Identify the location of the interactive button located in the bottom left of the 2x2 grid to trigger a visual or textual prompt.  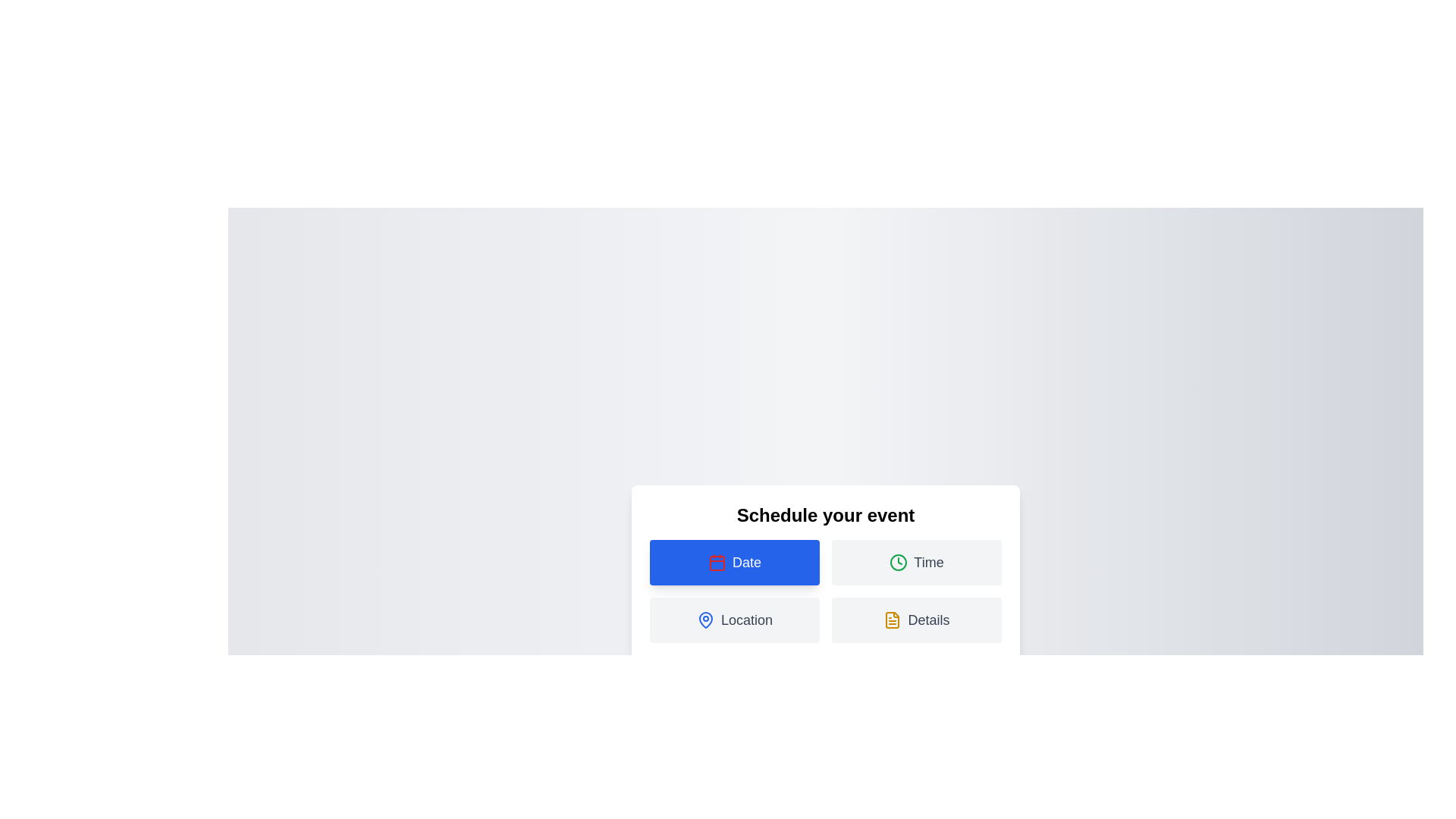
(735, 620).